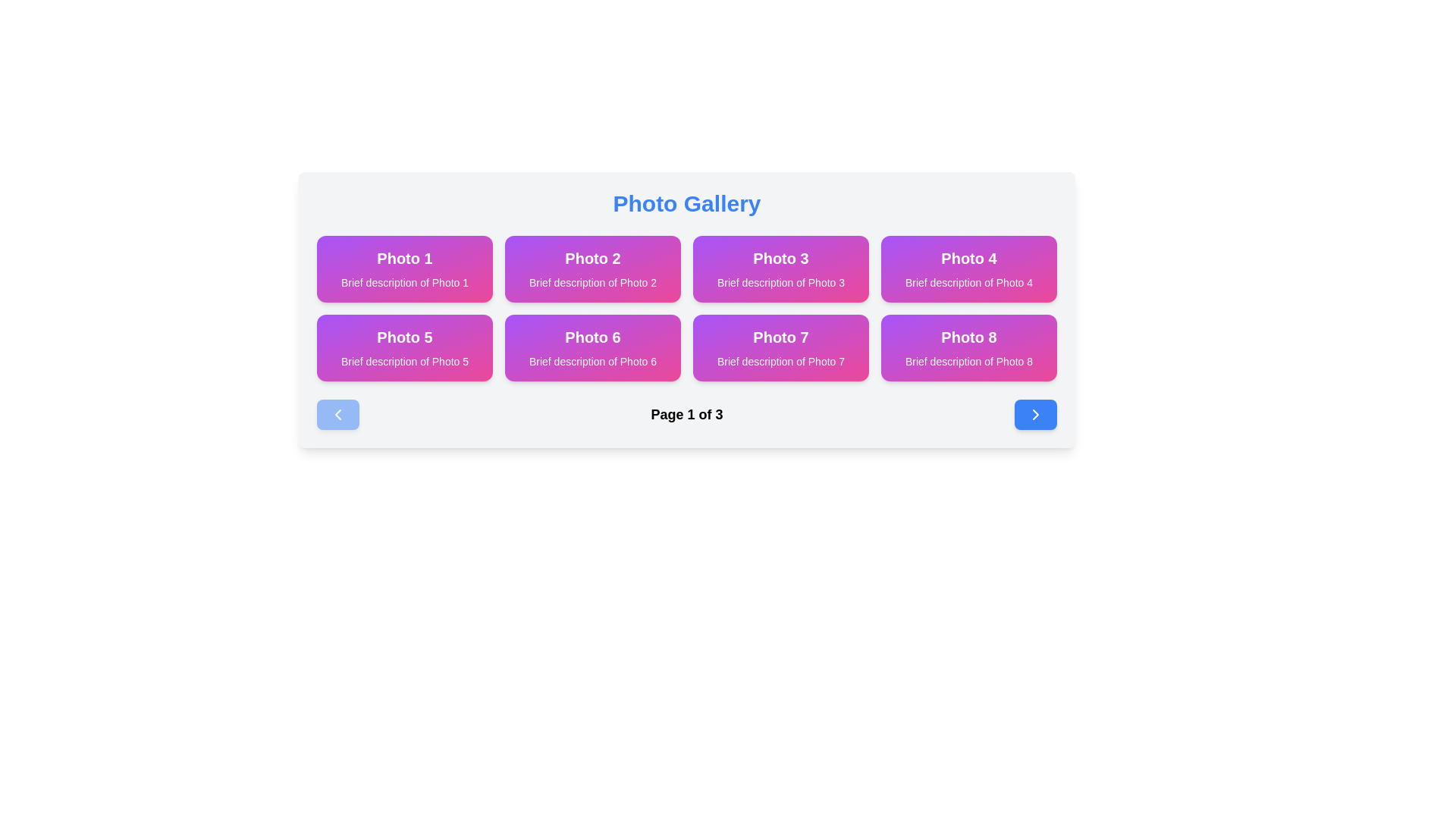  What do you see at coordinates (686, 415) in the screenshot?
I see `pagination indicator text label displaying the current page number and total number of pages, which is centrally located below the grid of photos` at bounding box center [686, 415].